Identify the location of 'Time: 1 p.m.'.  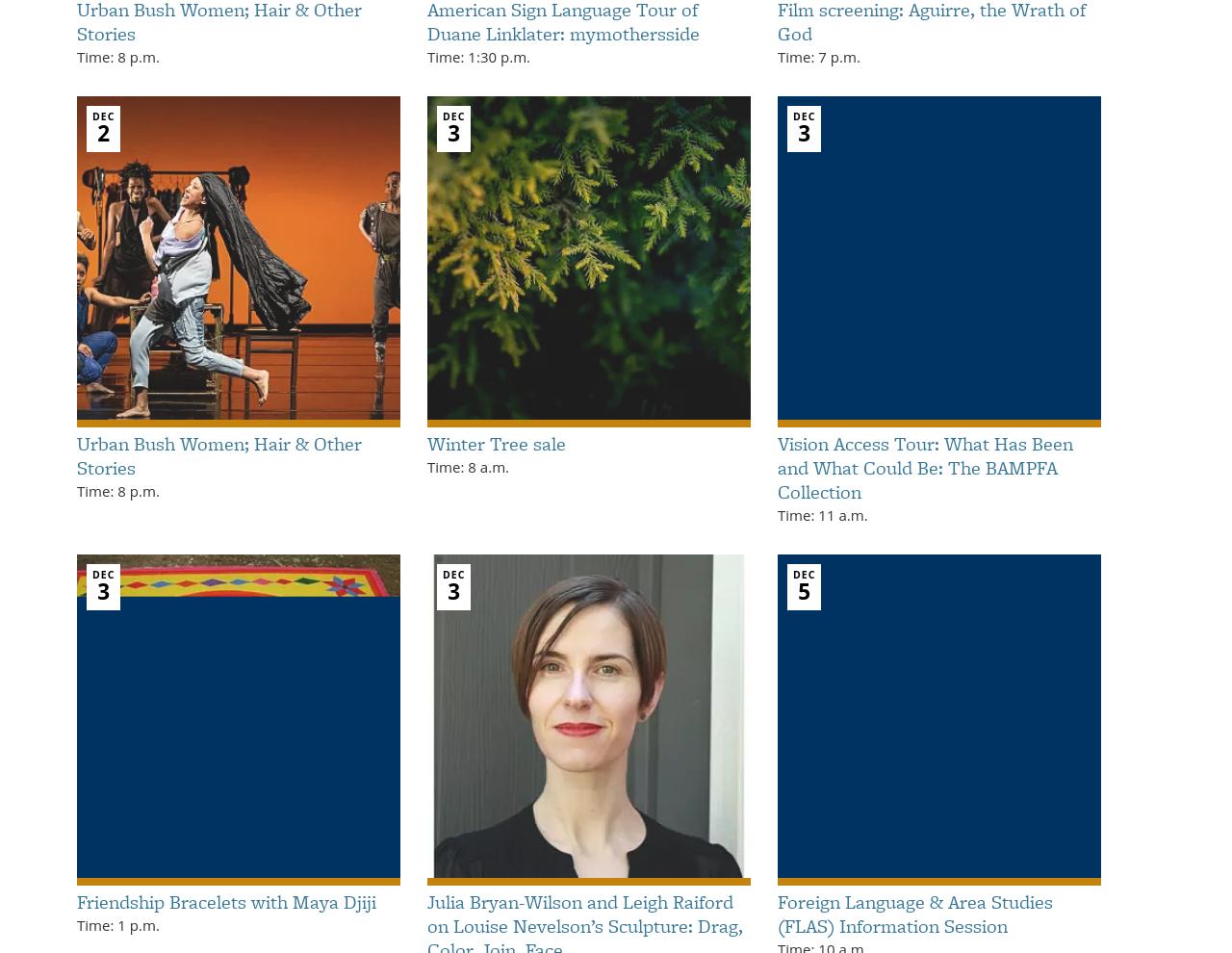
(116, 924).